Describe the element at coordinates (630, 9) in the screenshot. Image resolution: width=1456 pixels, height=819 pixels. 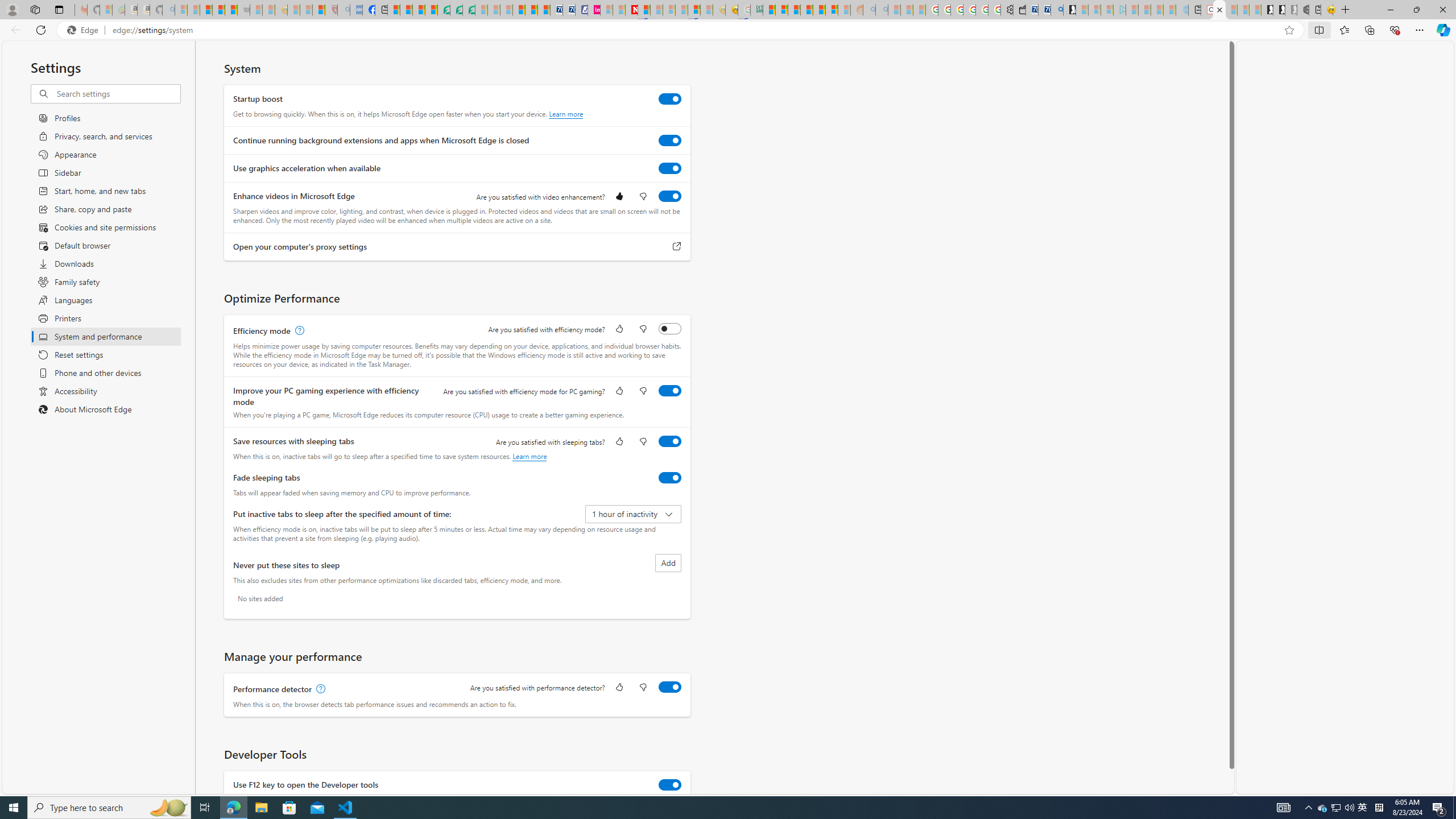
I see `'Latest Politics News & Archive | Newsweek.com'` at that location.